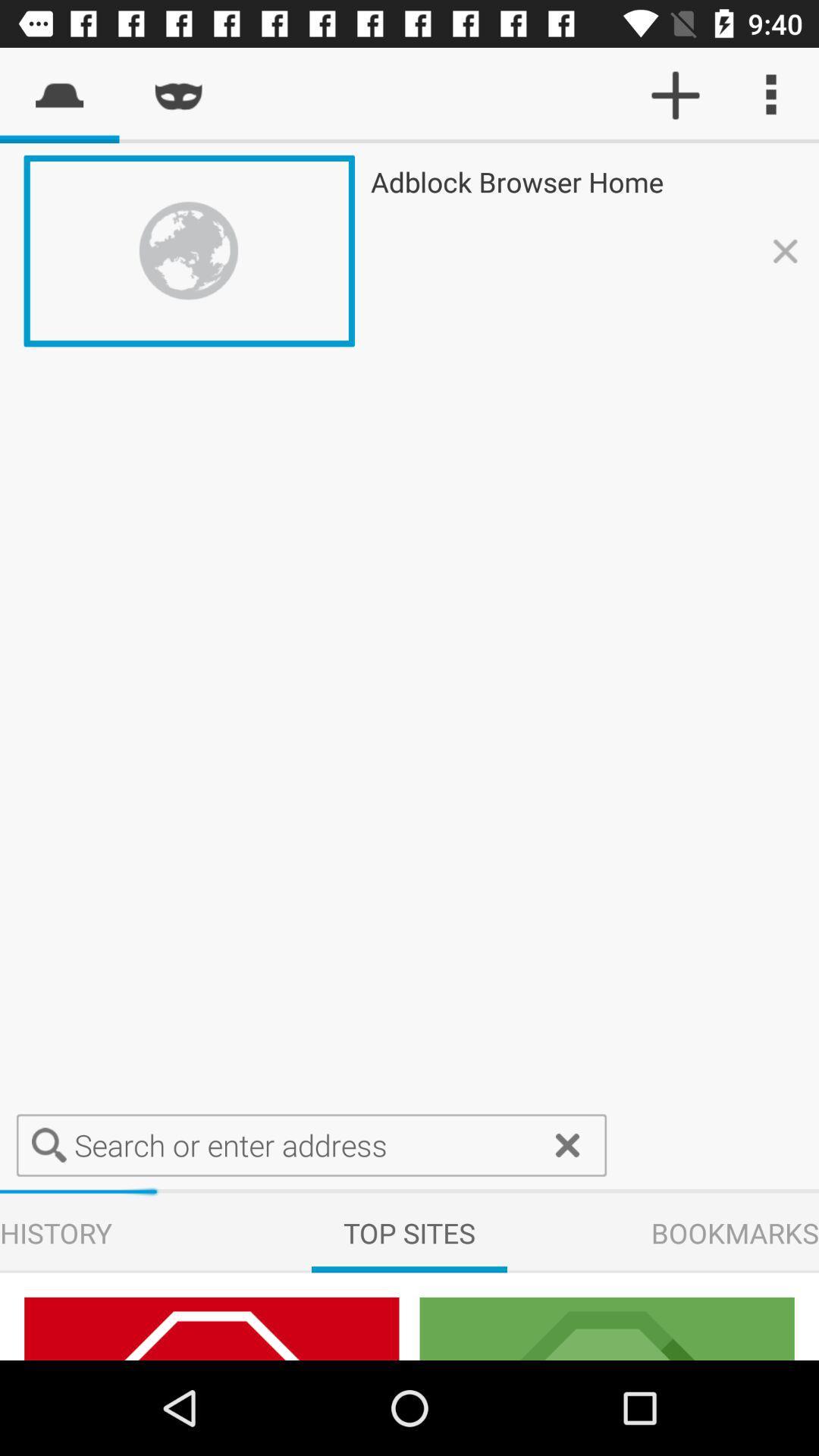  I want to click on icon which is right to text ad block browser home, so click(785, 251).